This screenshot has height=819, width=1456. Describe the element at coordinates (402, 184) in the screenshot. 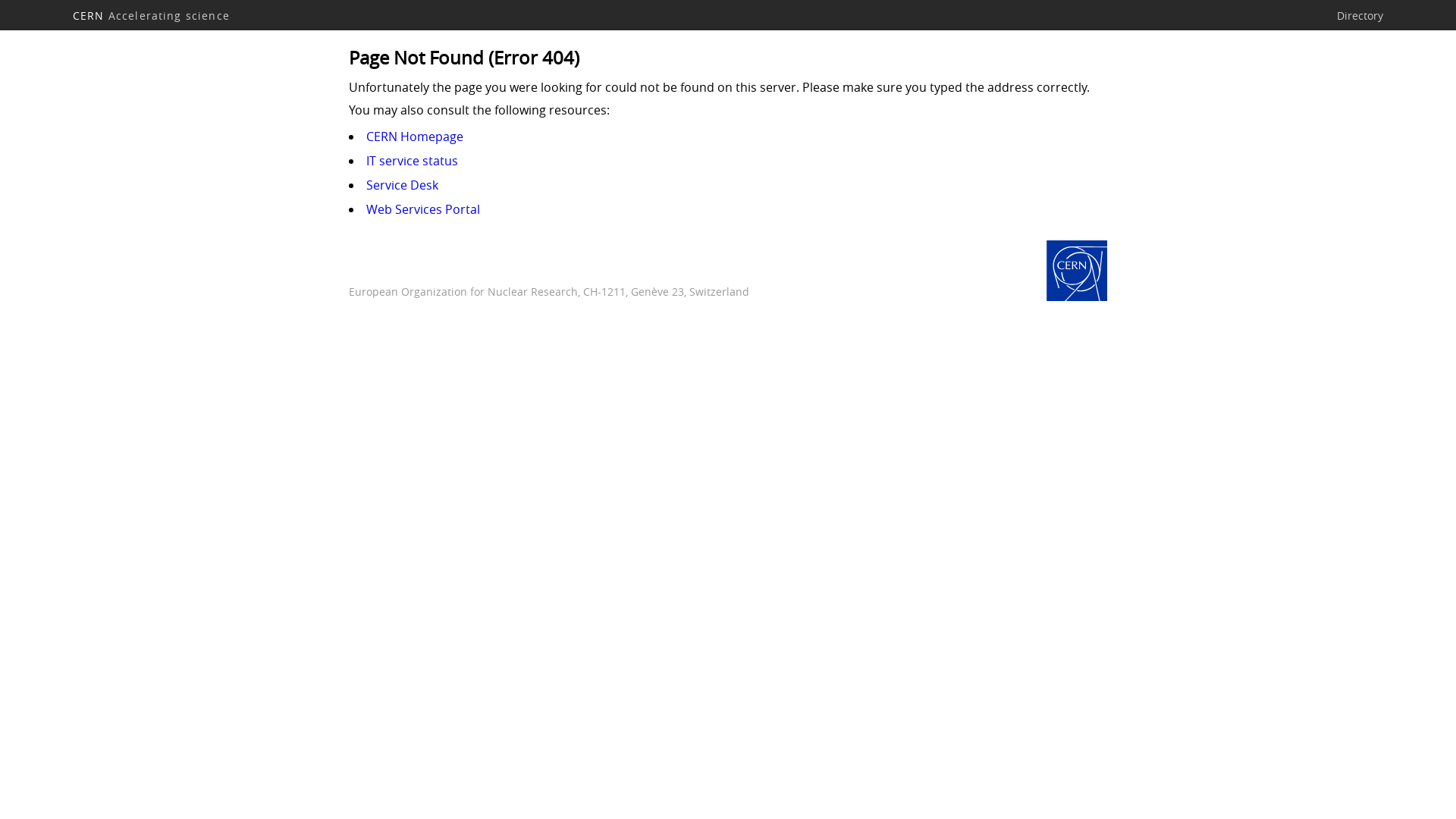

I see `'Service Desk'` at that location.